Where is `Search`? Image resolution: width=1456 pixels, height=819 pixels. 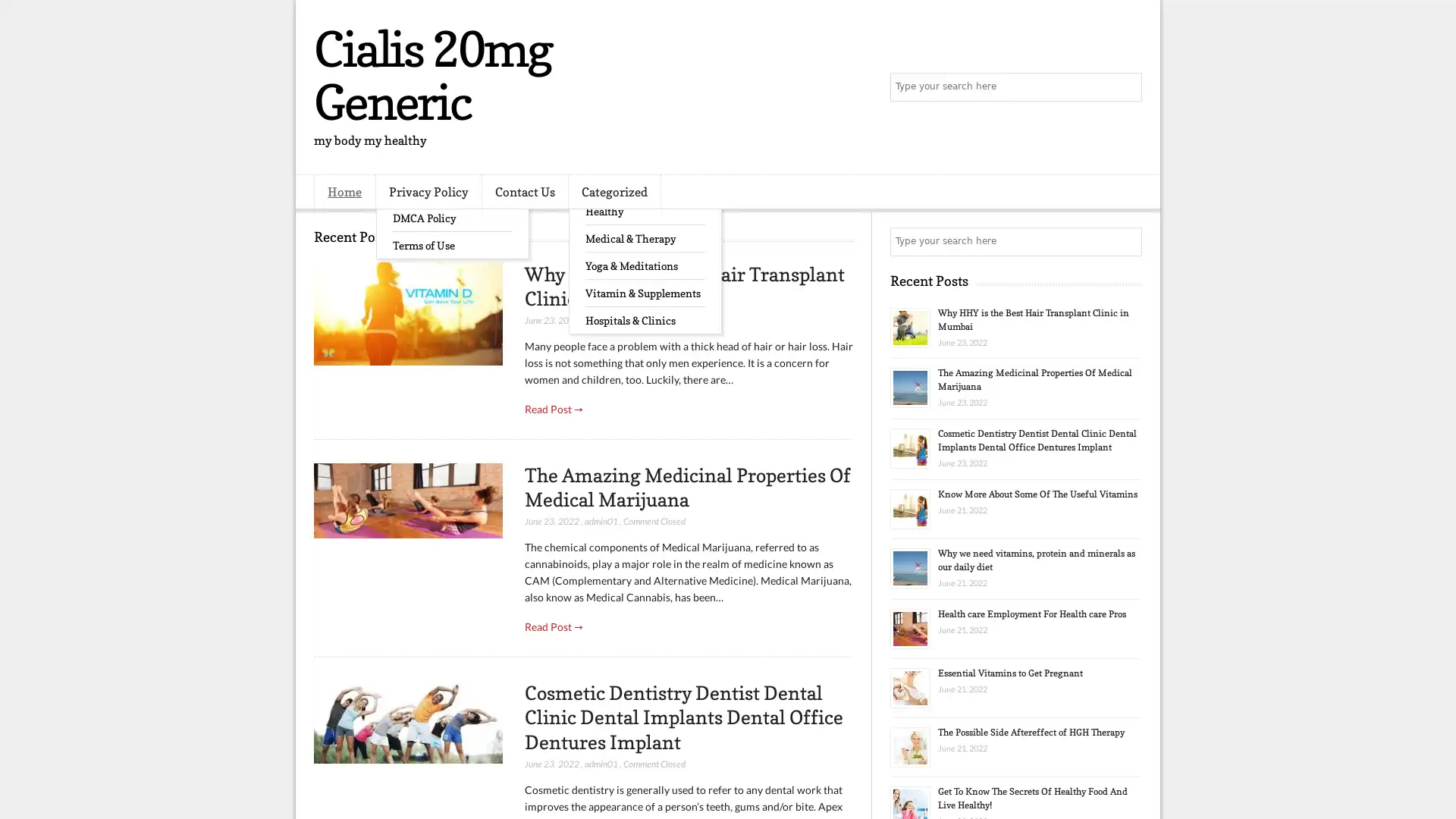 Search is located at coordinates (1126, 87).